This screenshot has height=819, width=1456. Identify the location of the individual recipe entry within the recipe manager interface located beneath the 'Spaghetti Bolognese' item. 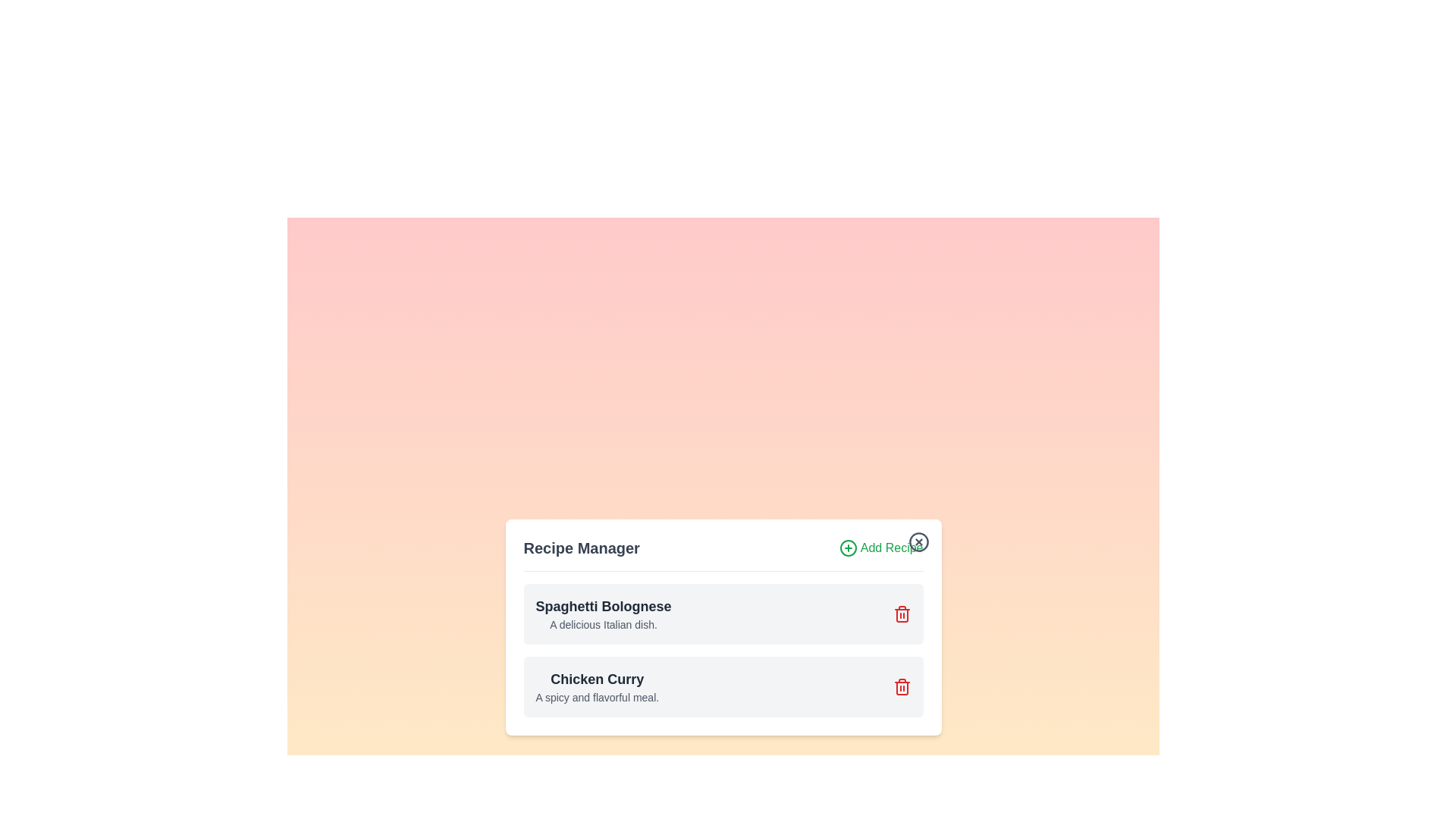
(723, 686).